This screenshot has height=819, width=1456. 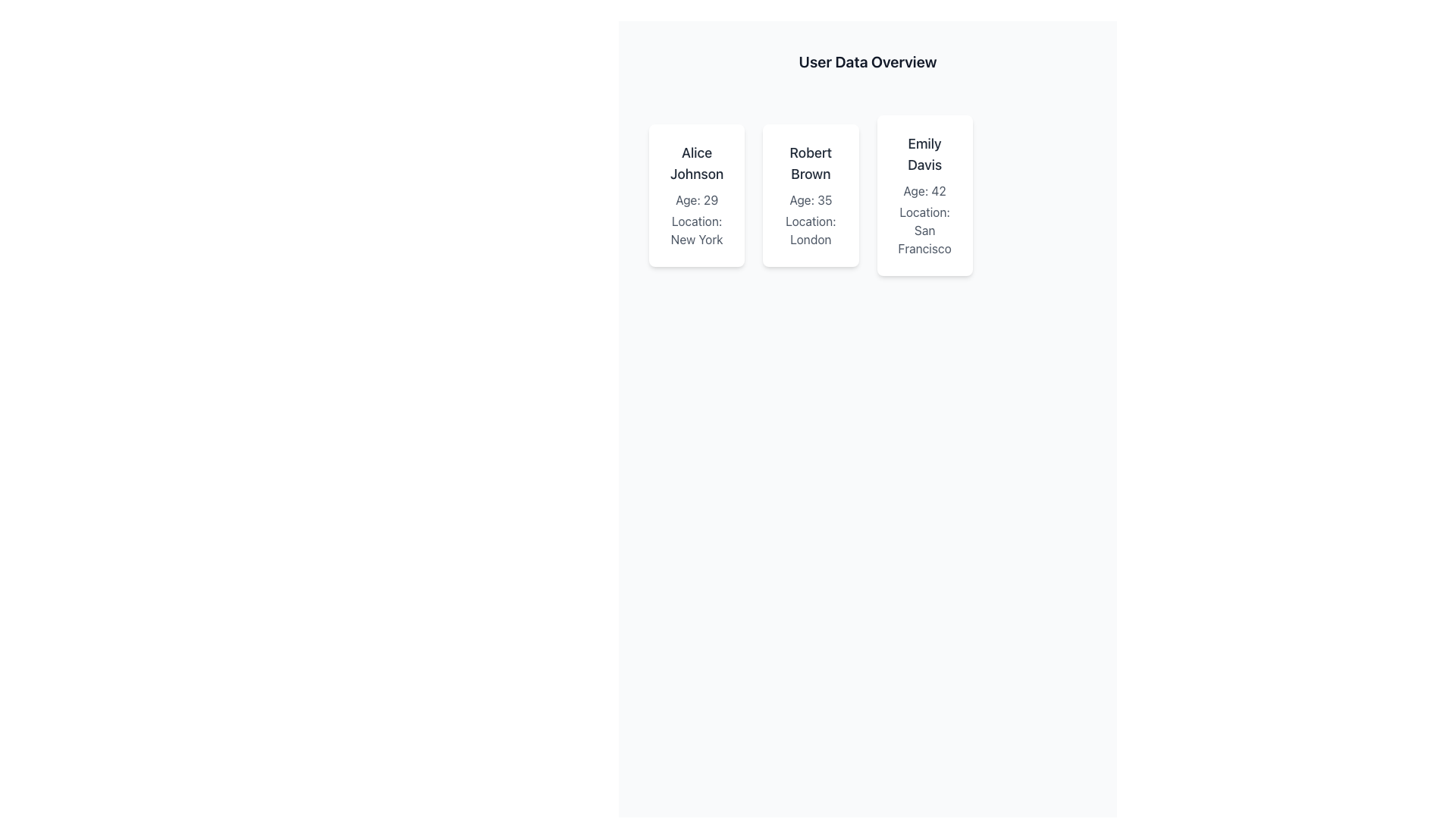 I want to click on information displayed in the user name text label, which is located at the top of the user profile card, so click(x=810, y=164).